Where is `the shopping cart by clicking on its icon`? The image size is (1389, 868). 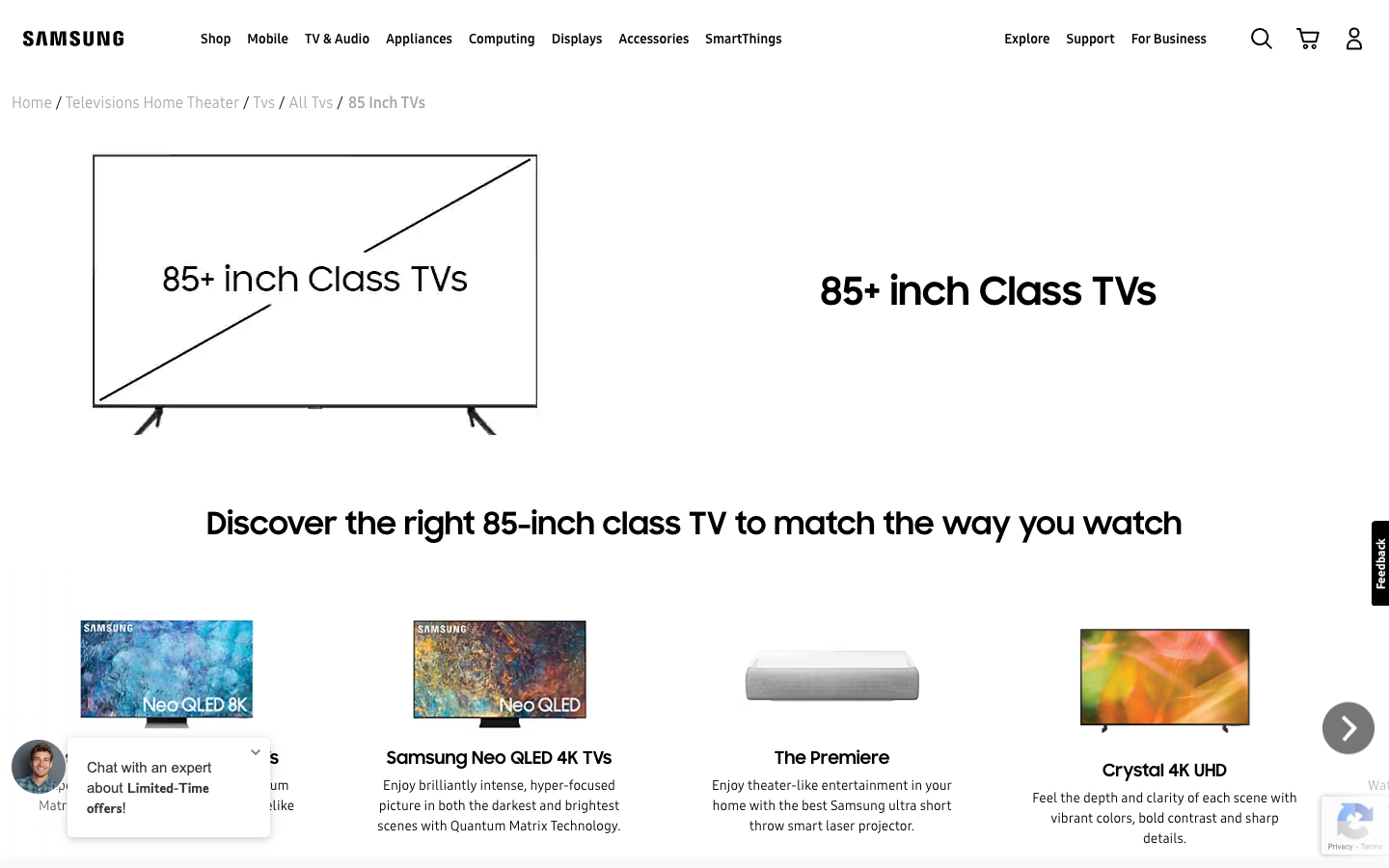 the shopping cart by clicking on its icon is located at coordinates (1307, 37).